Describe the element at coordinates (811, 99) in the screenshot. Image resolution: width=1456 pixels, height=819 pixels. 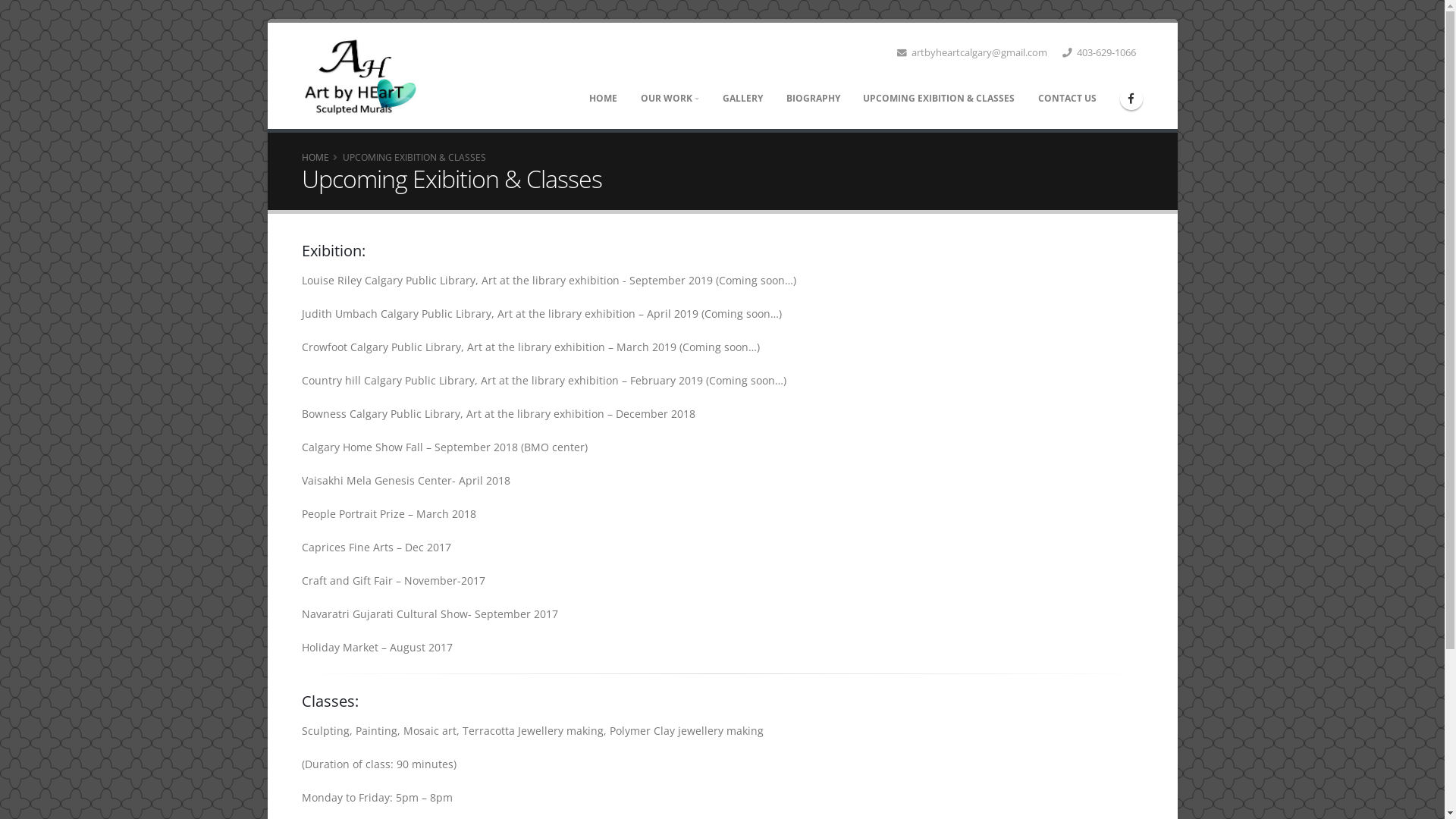
I see `'BIOGRAPHY'` at that location.